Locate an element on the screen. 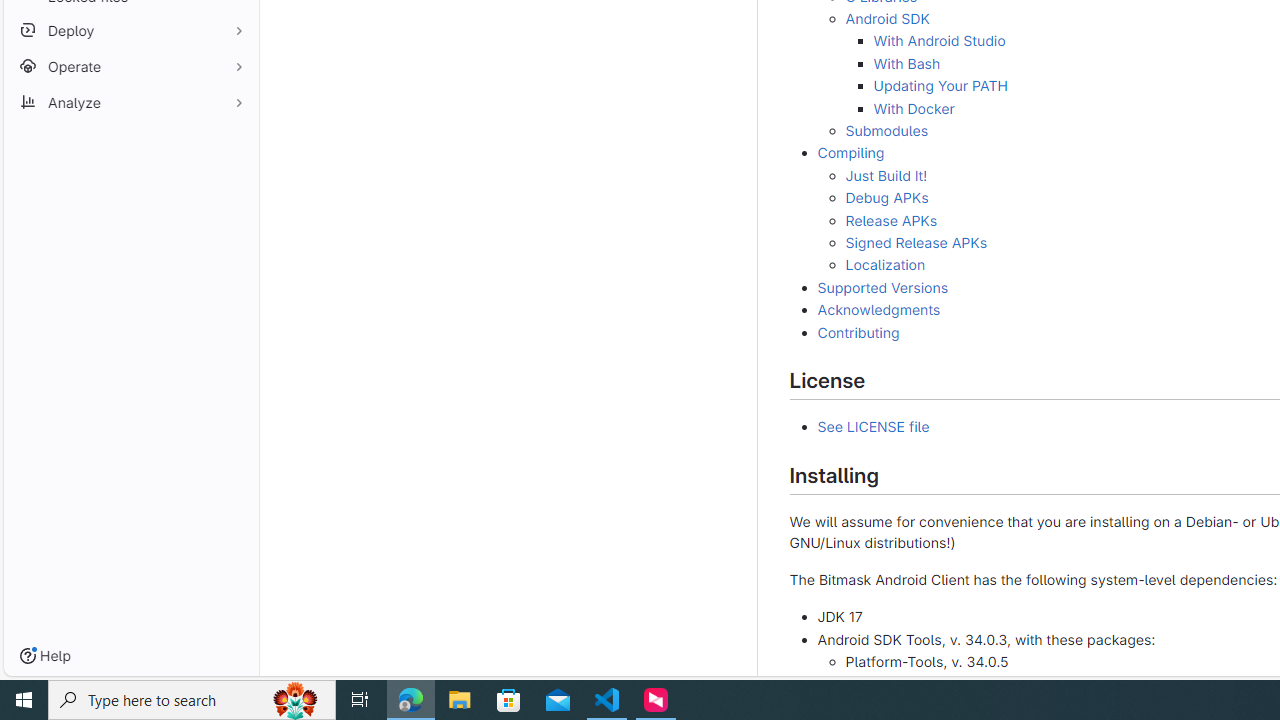  'With Bash' is located at coordinates (905, 61).